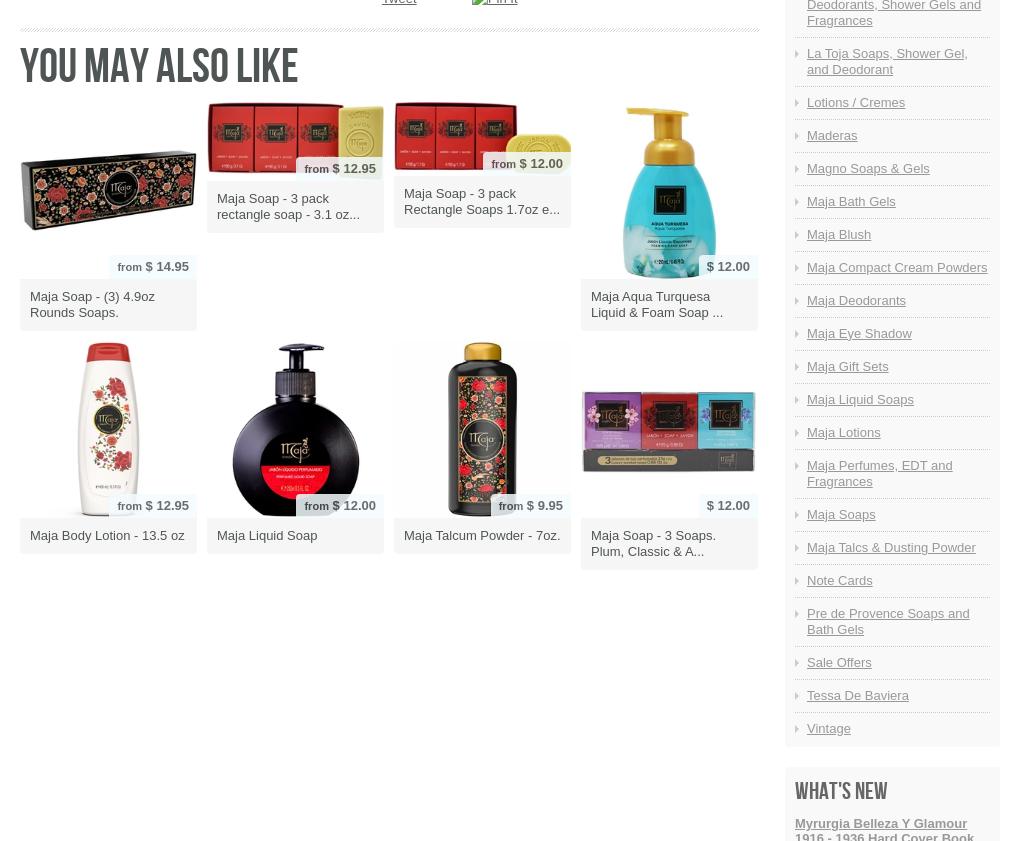 The height and width of the screenshot is (841, 1020). What do you see at coordinates (542, 505) in the screenshot?
I see `'$ 9.95'` at bounding box center [542, 505].